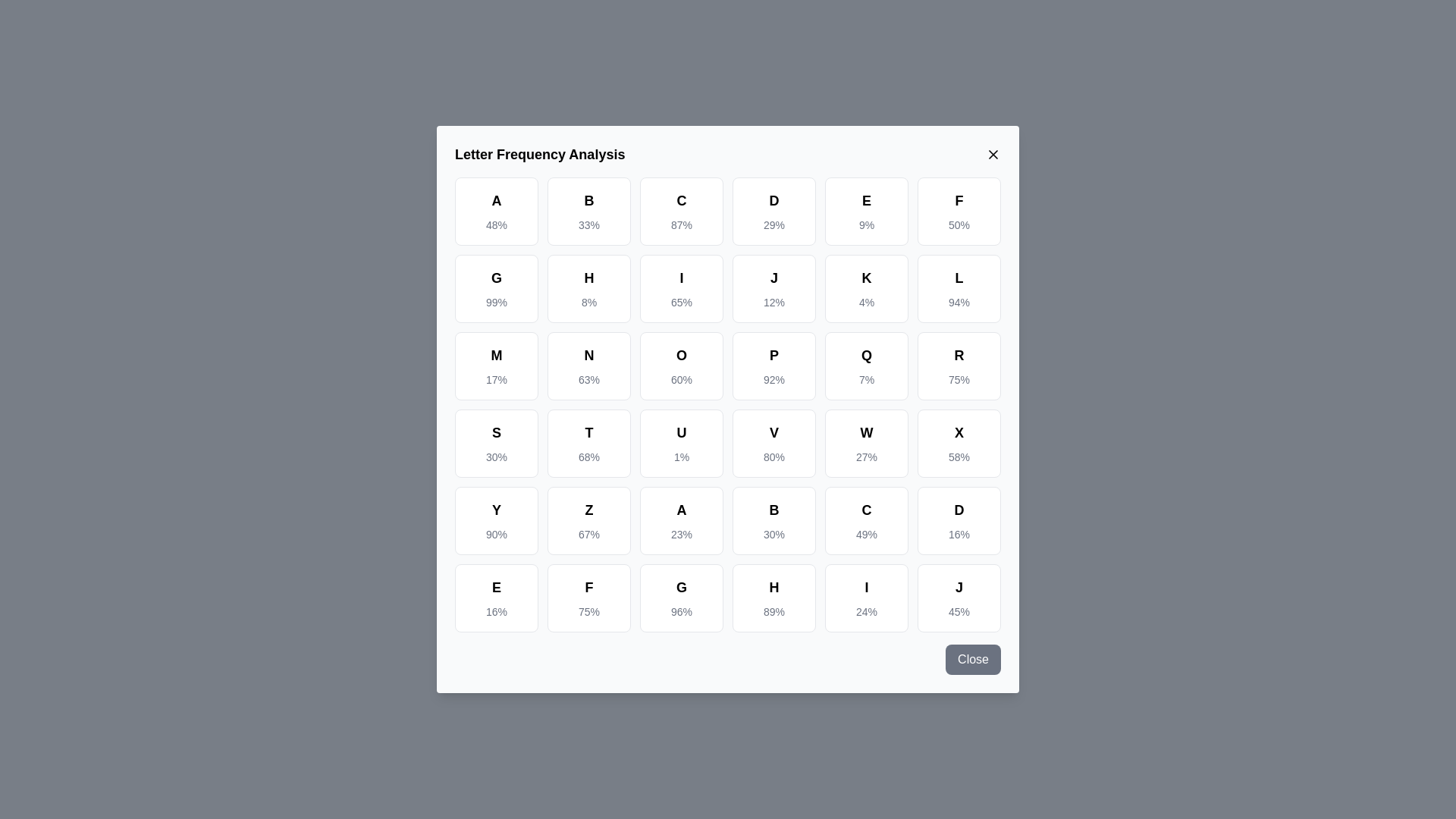 The height and width of the screenshot is (819, 1456). Describe the element at coordinates (774, 444) in the screenshot. I see `the letter cell corresponding to V` at that location.